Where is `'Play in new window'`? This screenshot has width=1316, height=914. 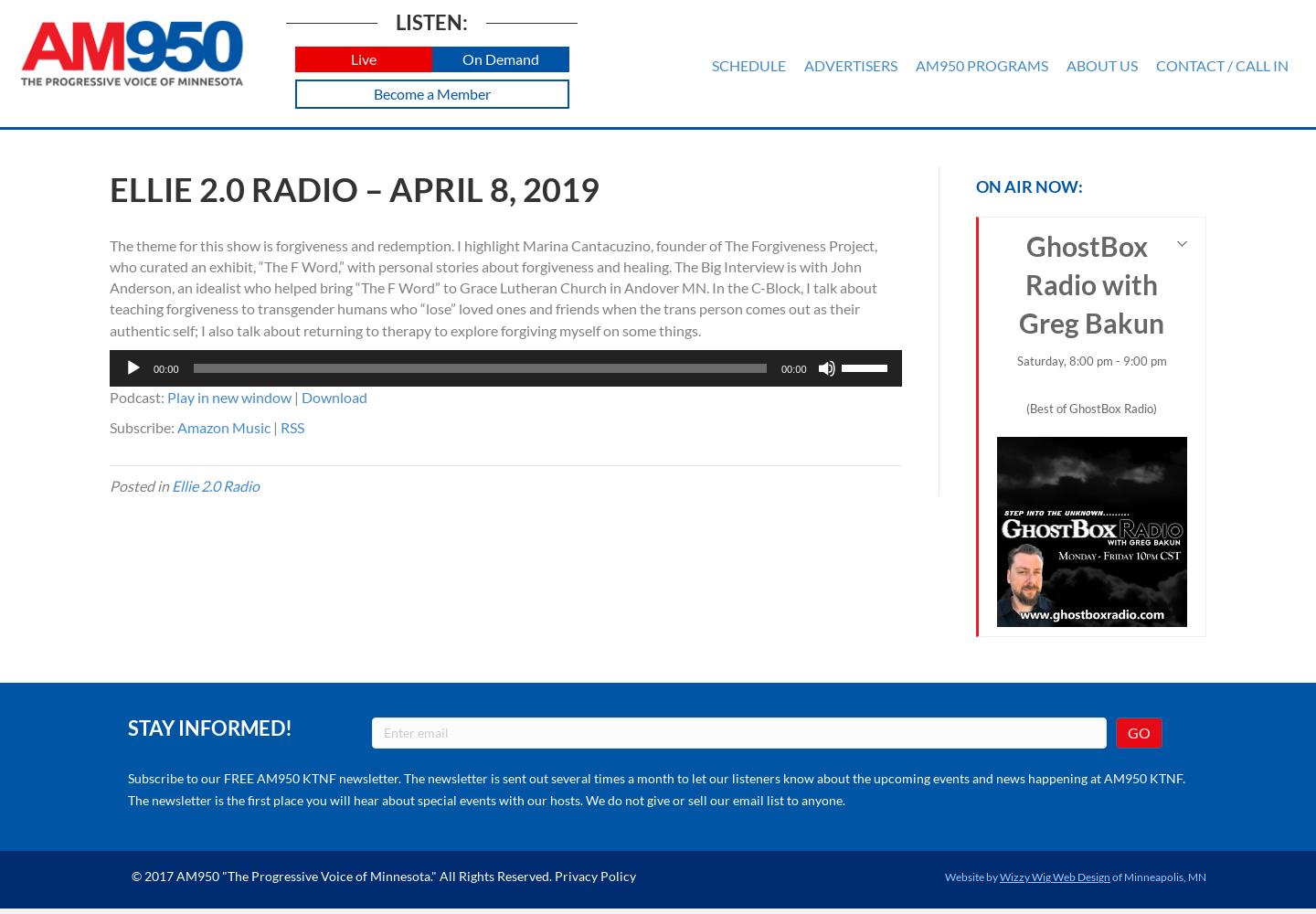 'Play in new window' is located at coordinates (228, 396).